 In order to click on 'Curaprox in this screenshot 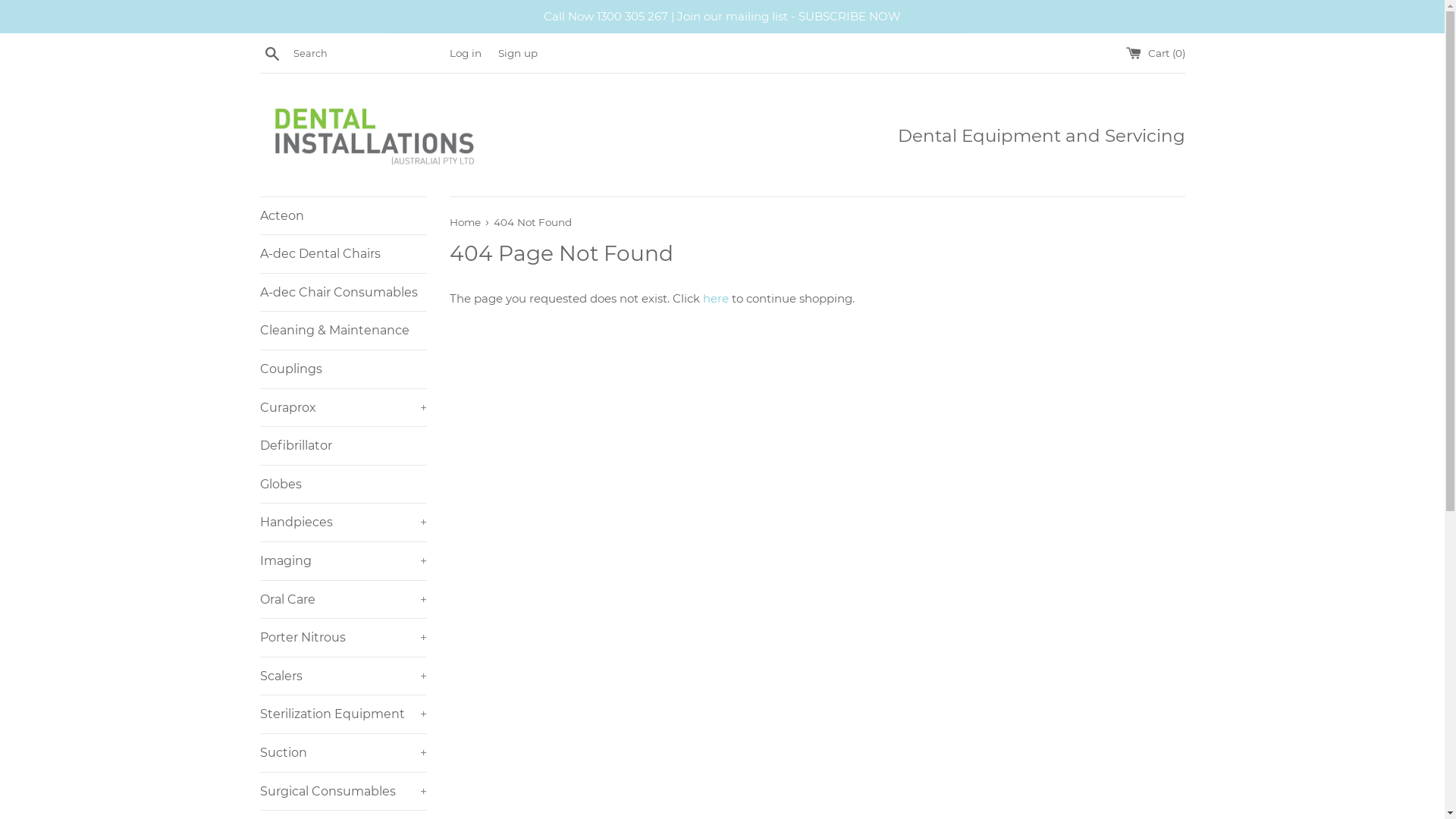, I will do `click(341, 406)`.